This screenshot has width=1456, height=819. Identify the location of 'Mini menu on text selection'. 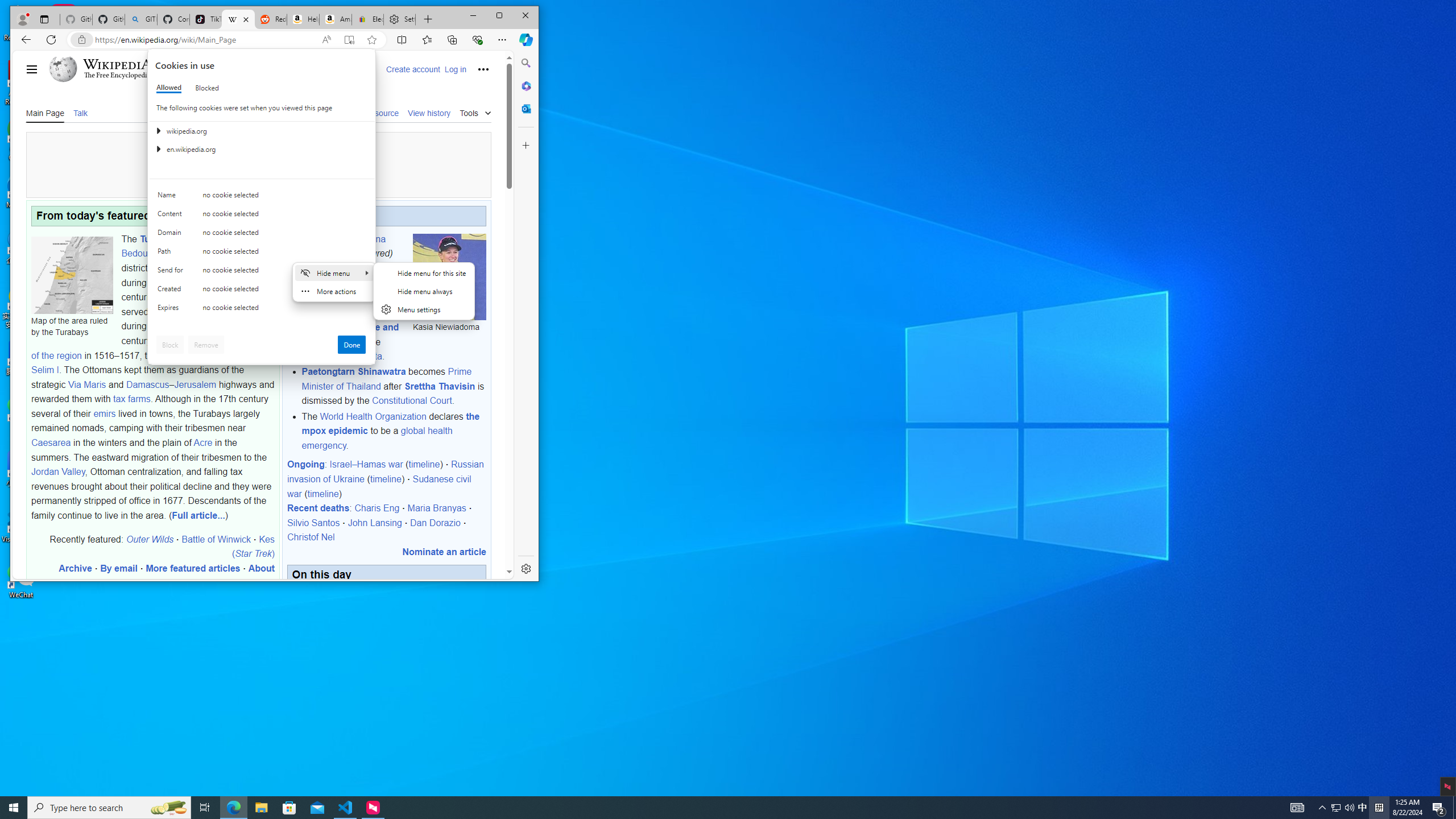
(334, 289).